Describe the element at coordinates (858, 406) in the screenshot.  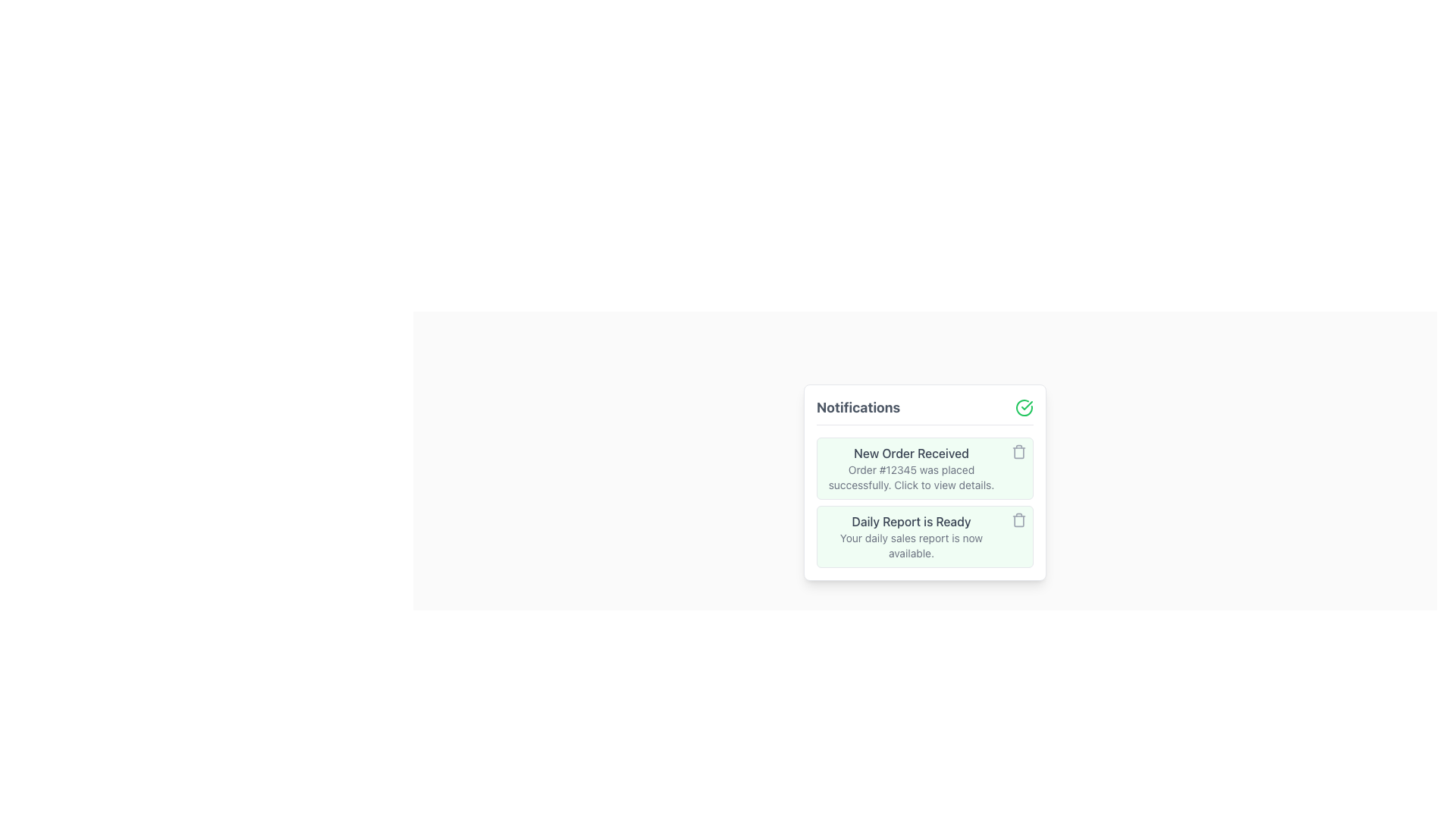
I see `the 'Notifications' text label, which is styled with a larger, bold, gray-colored font and positioned at the top of a card-like interface` at that location.